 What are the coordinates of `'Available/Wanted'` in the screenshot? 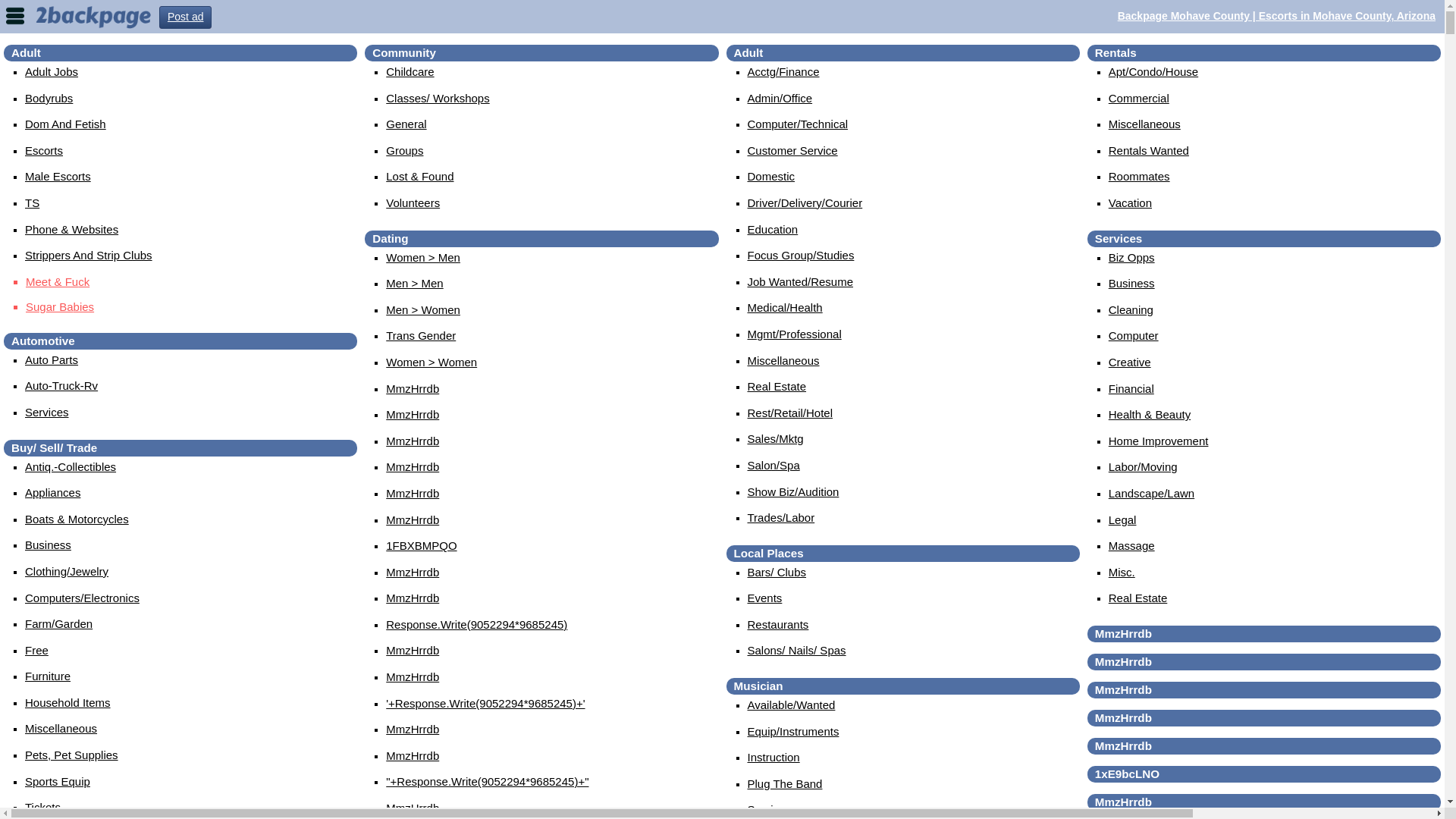 It's located at (747, 704).